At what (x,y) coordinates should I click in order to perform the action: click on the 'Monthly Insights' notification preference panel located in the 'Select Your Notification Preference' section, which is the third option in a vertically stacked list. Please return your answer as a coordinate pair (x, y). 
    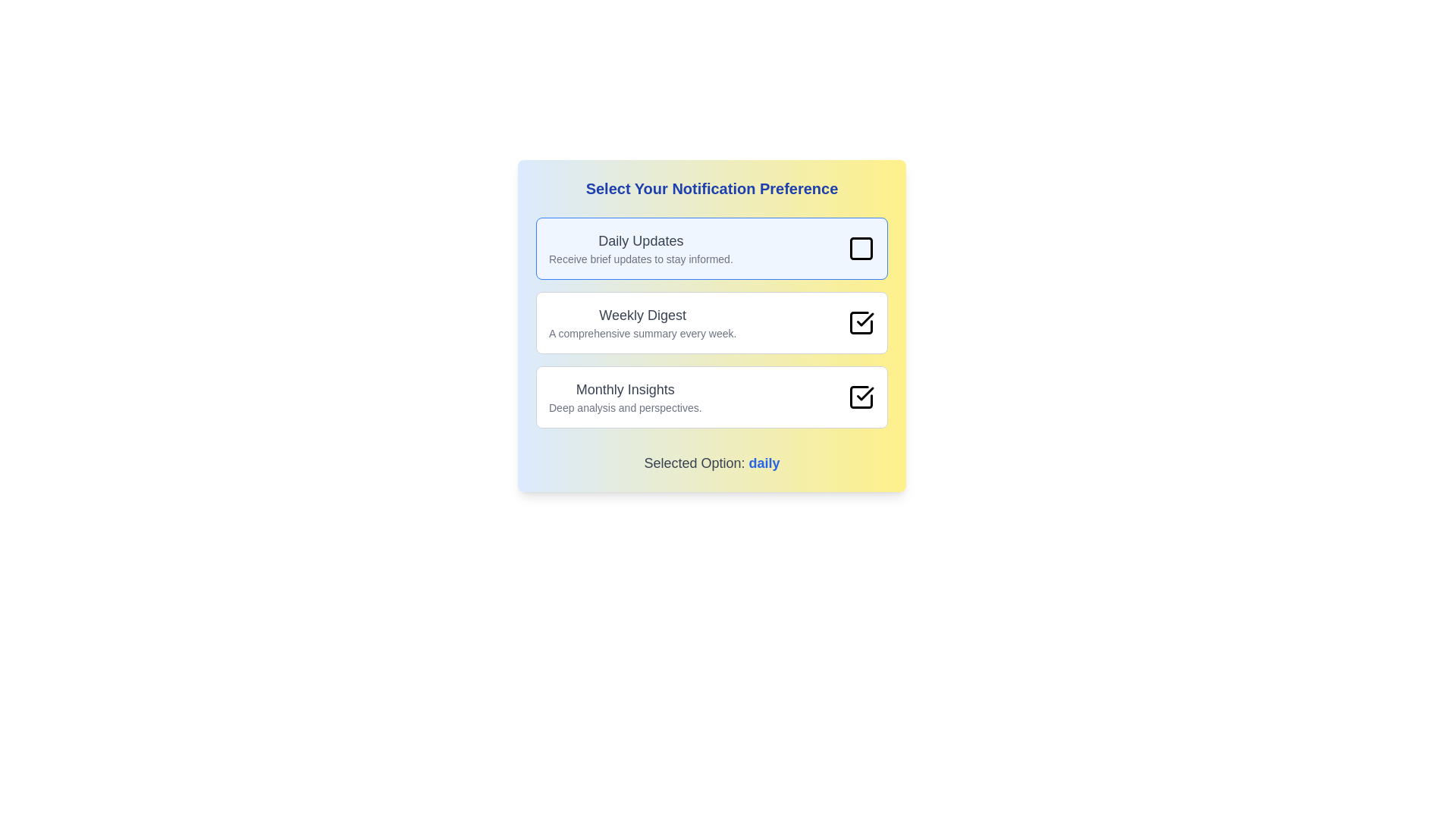
    Looking at the image, I should click on (711, 397).